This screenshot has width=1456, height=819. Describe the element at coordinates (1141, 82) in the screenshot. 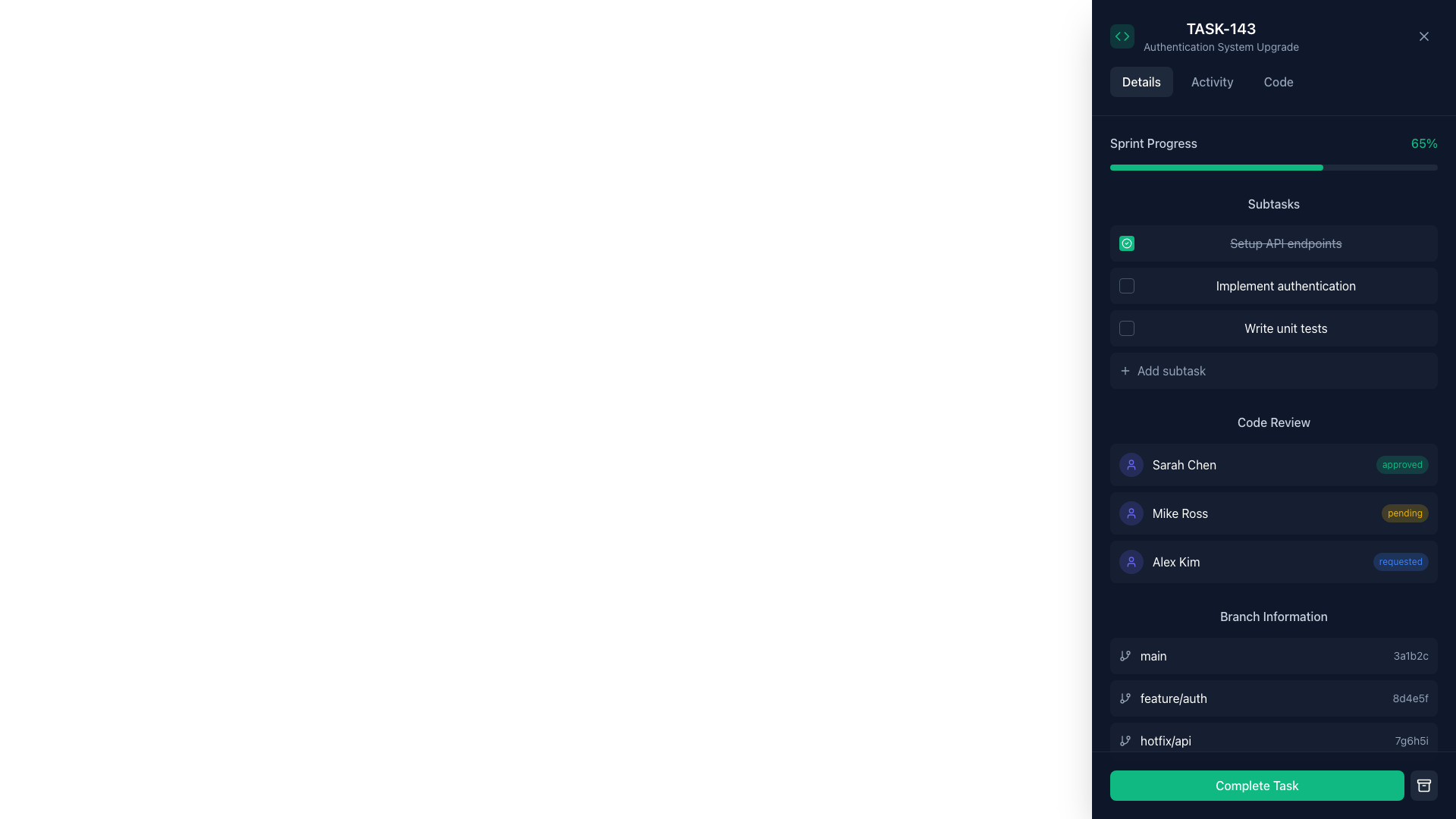

I see `the 'Details' button, which is the first button in a horizontal list with a dark background and white text` at that location.